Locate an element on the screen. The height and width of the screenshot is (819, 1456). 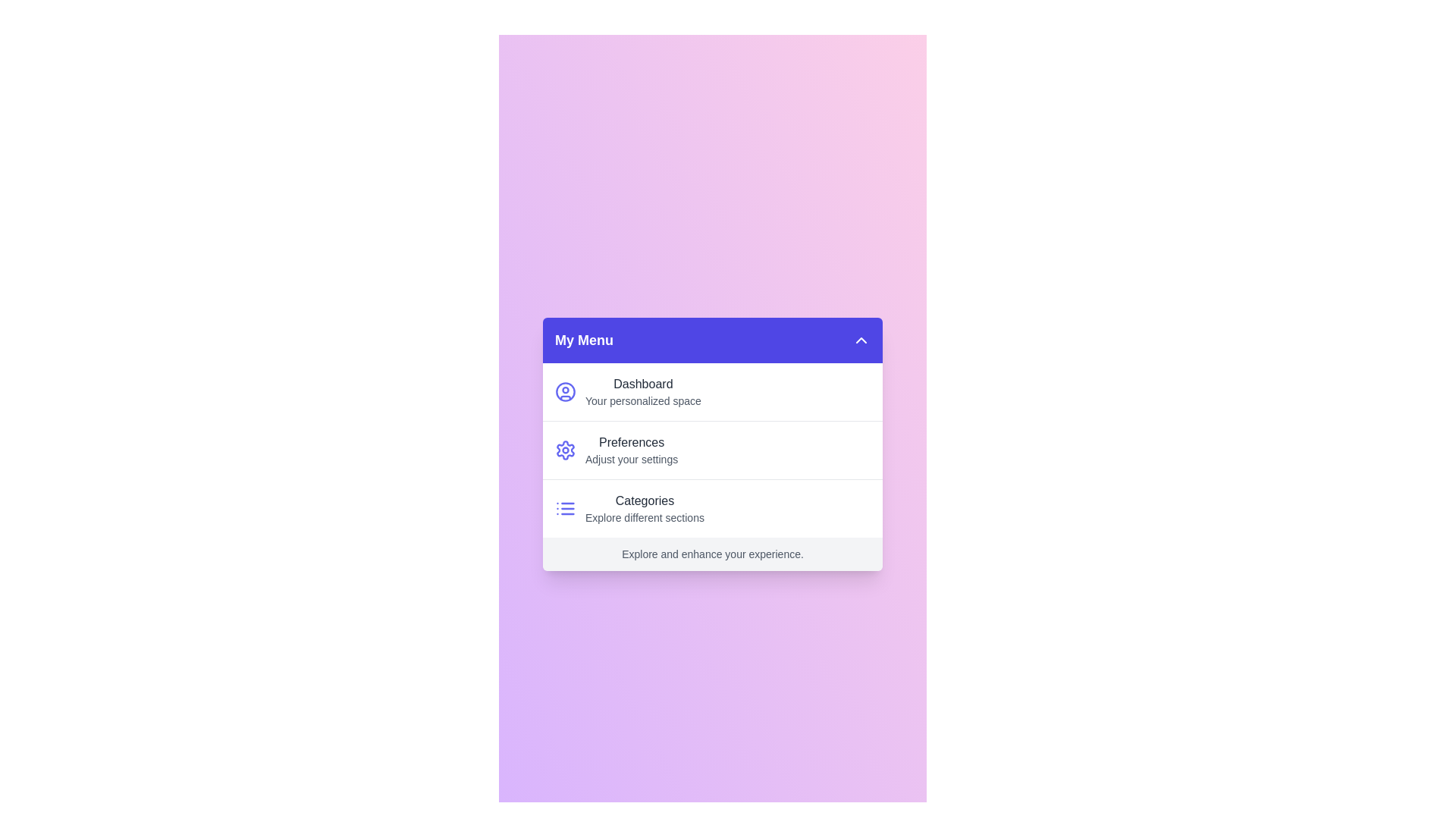
the toggle button in the header to toggle the menu open or closed is located at coordinates (861, 339).